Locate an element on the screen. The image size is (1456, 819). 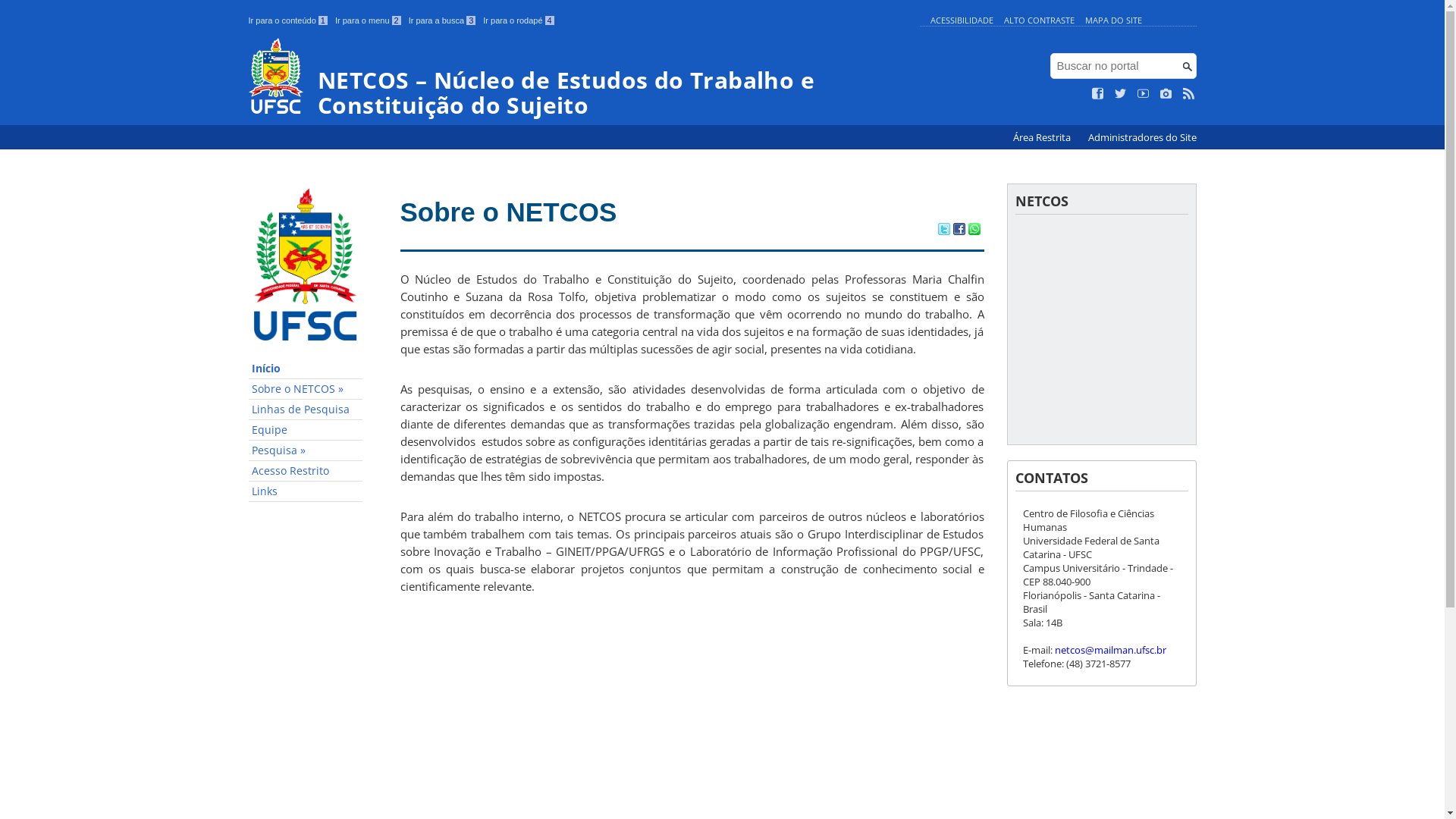
'Links' is located at coordinates (305, 491).